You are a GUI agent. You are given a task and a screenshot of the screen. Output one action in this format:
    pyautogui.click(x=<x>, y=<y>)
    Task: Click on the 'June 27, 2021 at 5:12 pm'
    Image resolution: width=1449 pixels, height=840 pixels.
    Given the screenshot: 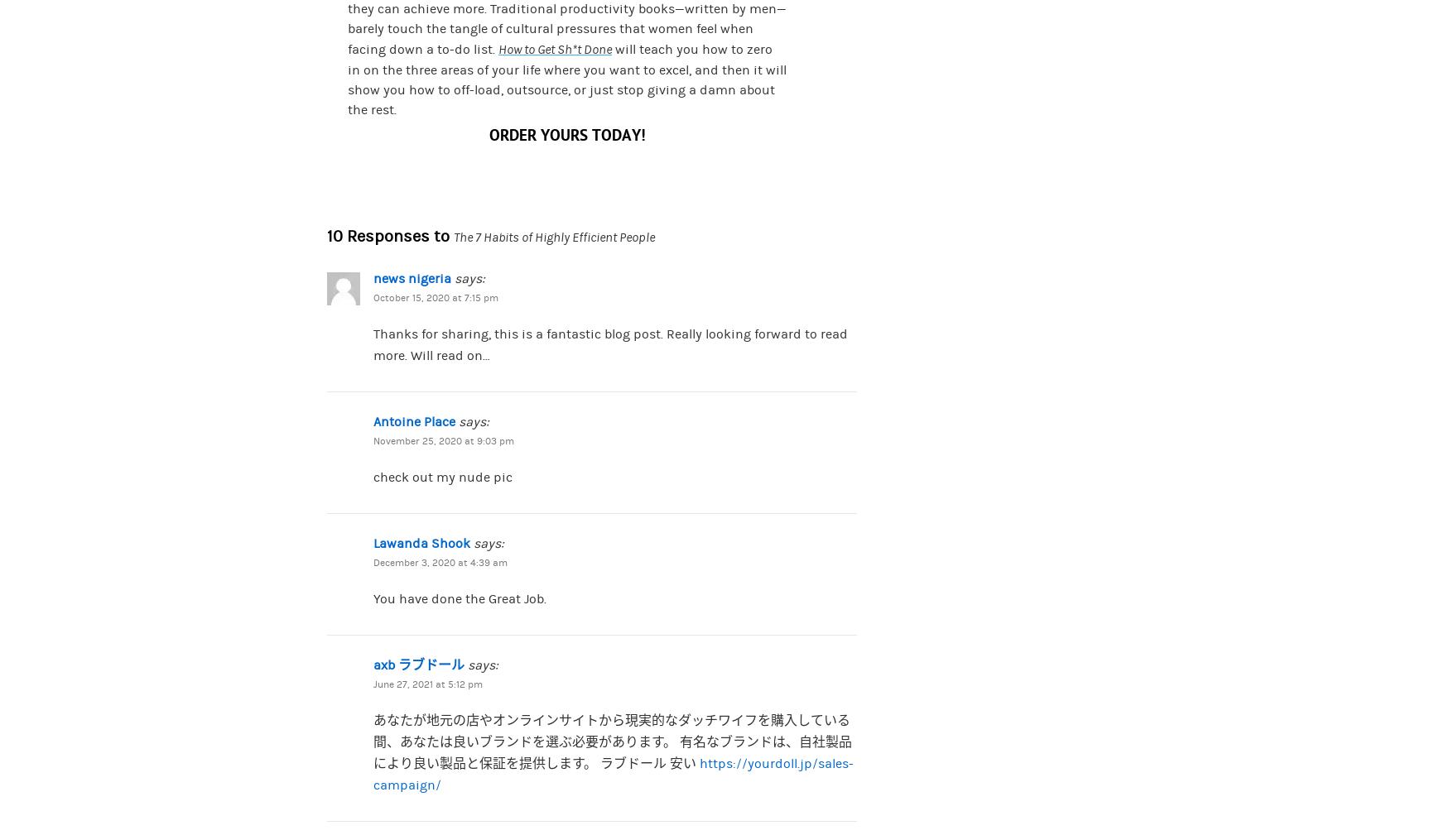 What is the action you would take?
    pyautogui.click(x=426, y=684)
    